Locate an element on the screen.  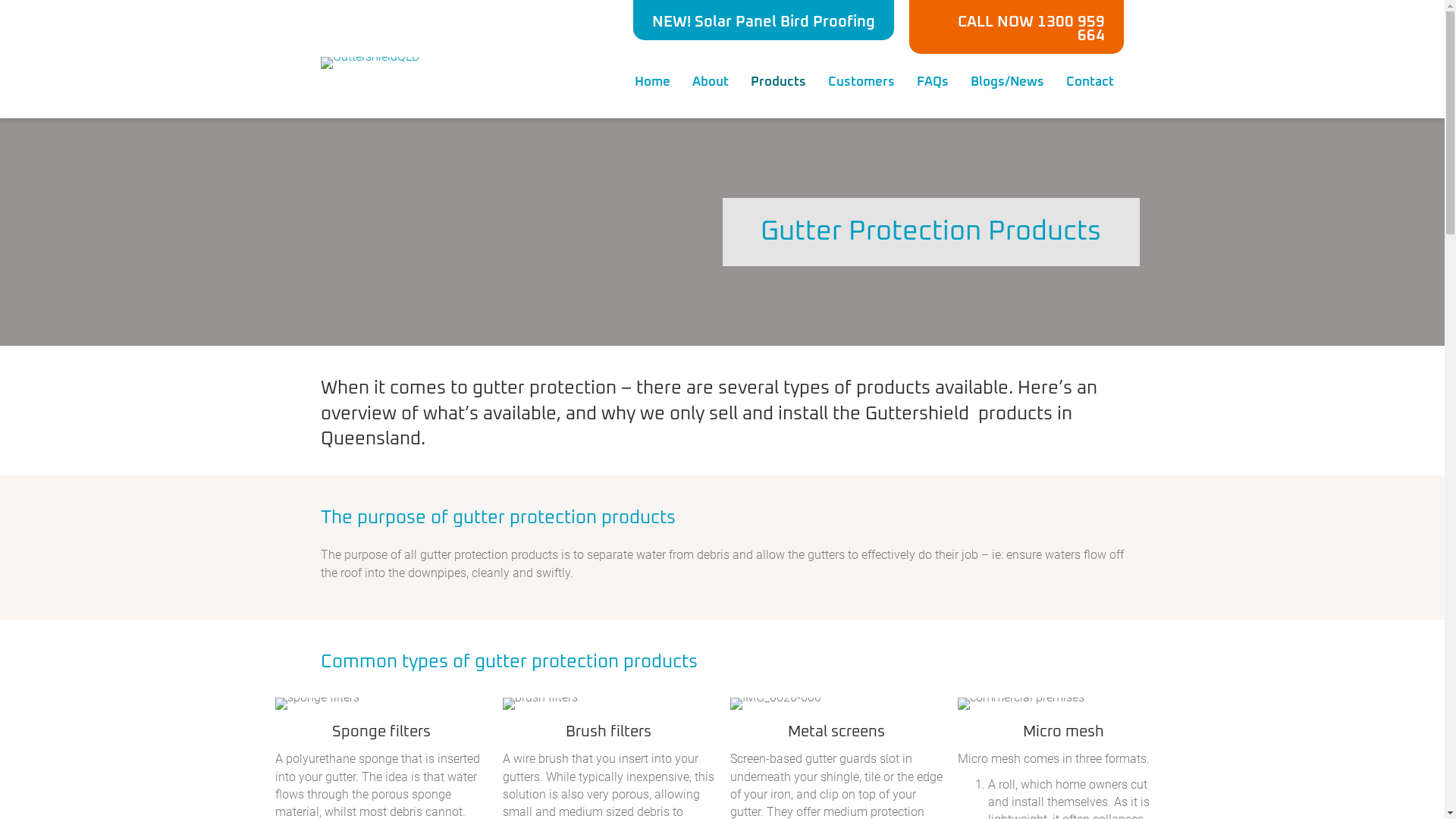
'Contact' is located at coordinates (1089, 82).